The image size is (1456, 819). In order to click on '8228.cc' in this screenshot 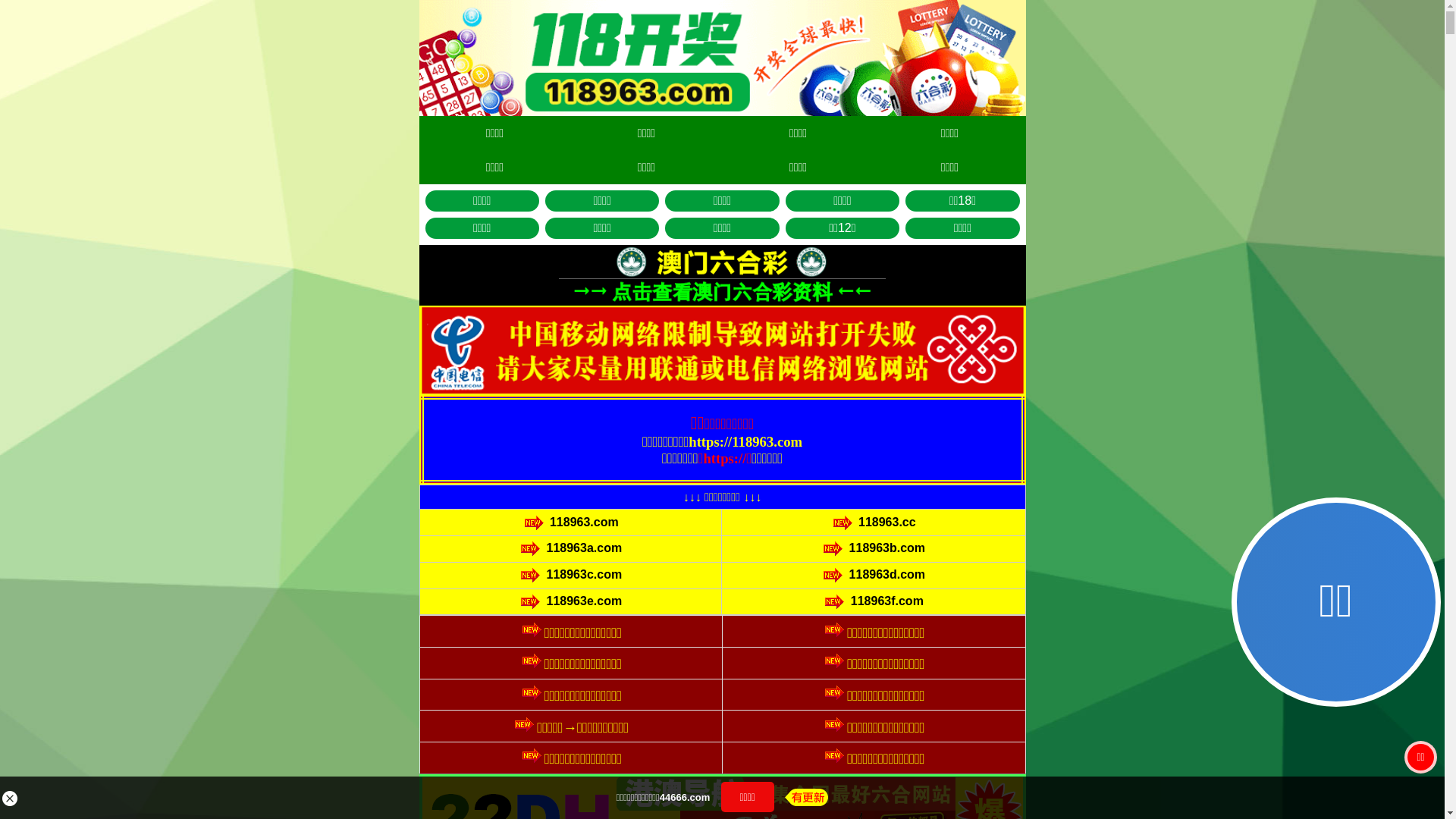, I will do `click(658, 551)`.